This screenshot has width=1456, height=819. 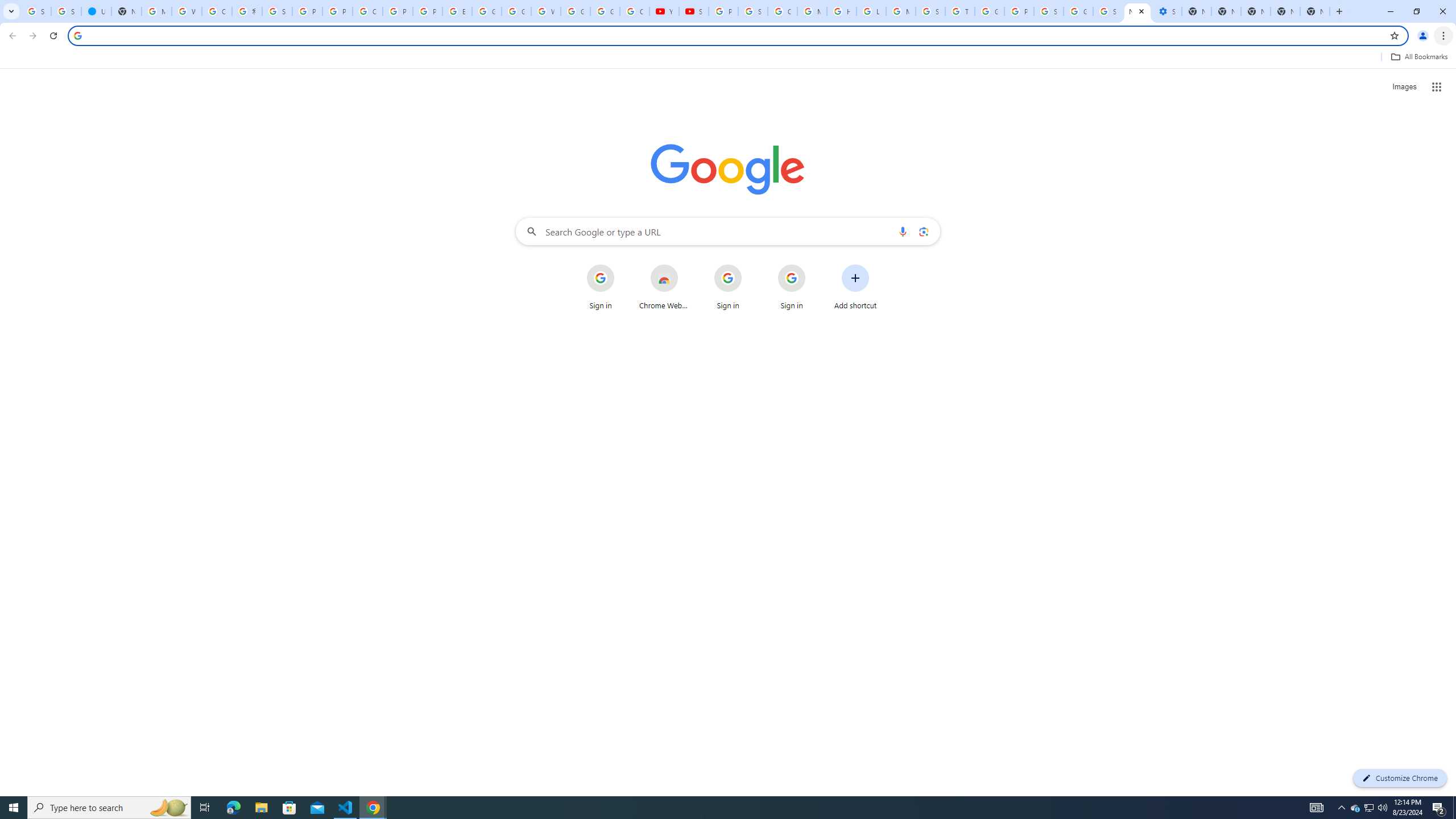 What do you see at coordinates (664, 11) in the screenshot?
I see `'YouTube'` at bounding box center [664, 11].